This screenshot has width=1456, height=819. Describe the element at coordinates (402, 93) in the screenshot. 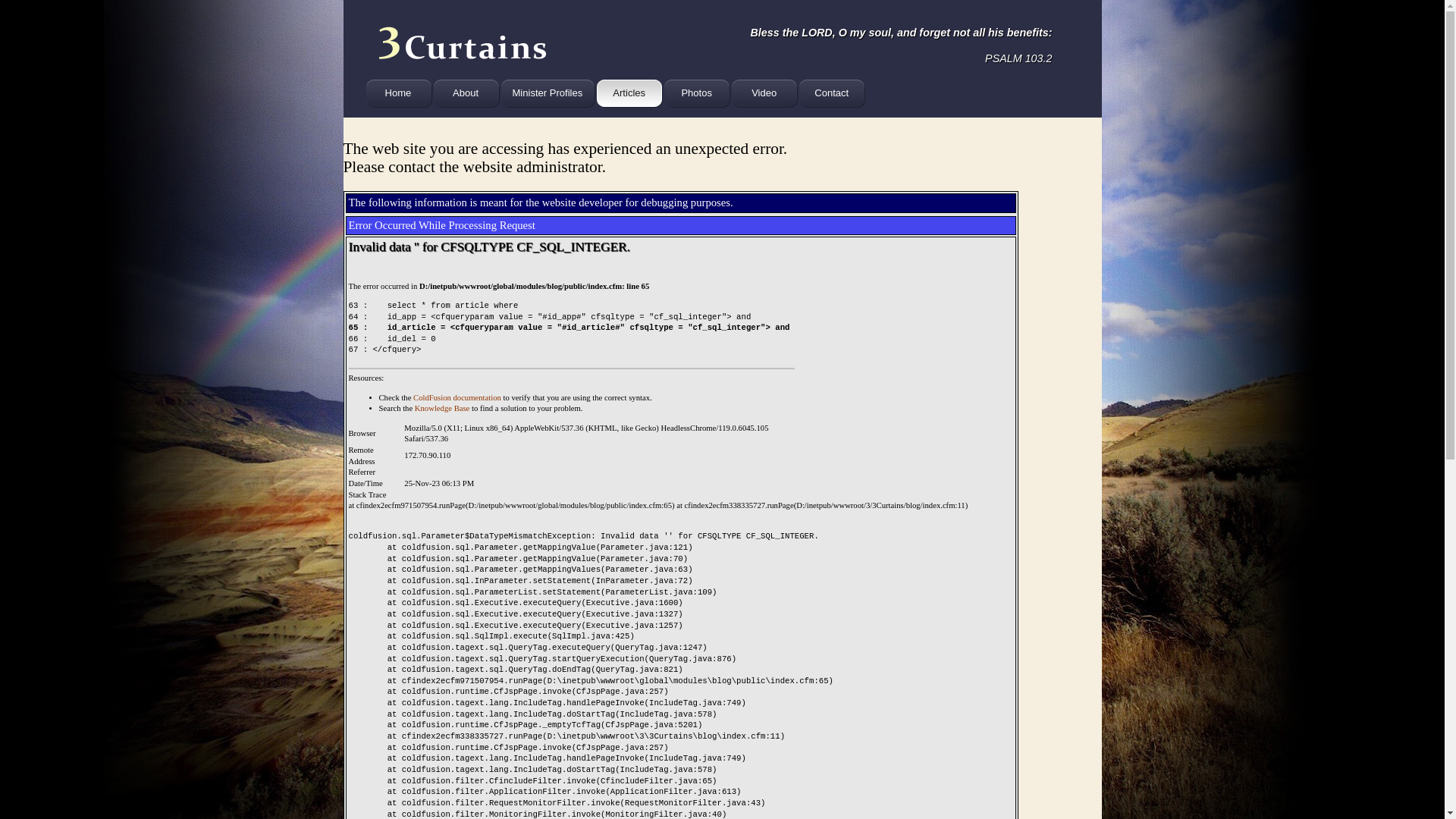

I see `'Home'` at that location.